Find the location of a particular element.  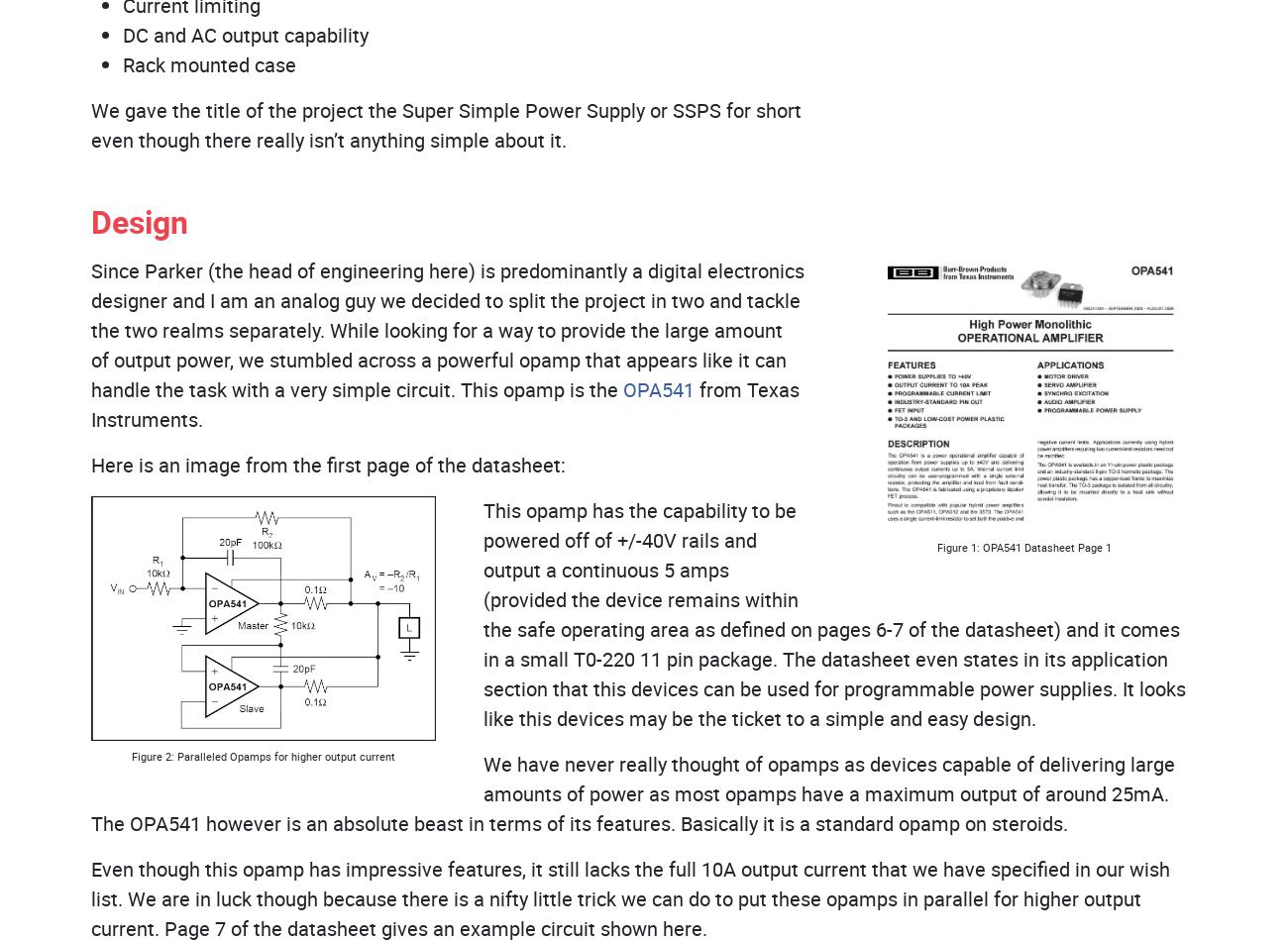

'RSS Feed' is located at coordinates (273, 420).